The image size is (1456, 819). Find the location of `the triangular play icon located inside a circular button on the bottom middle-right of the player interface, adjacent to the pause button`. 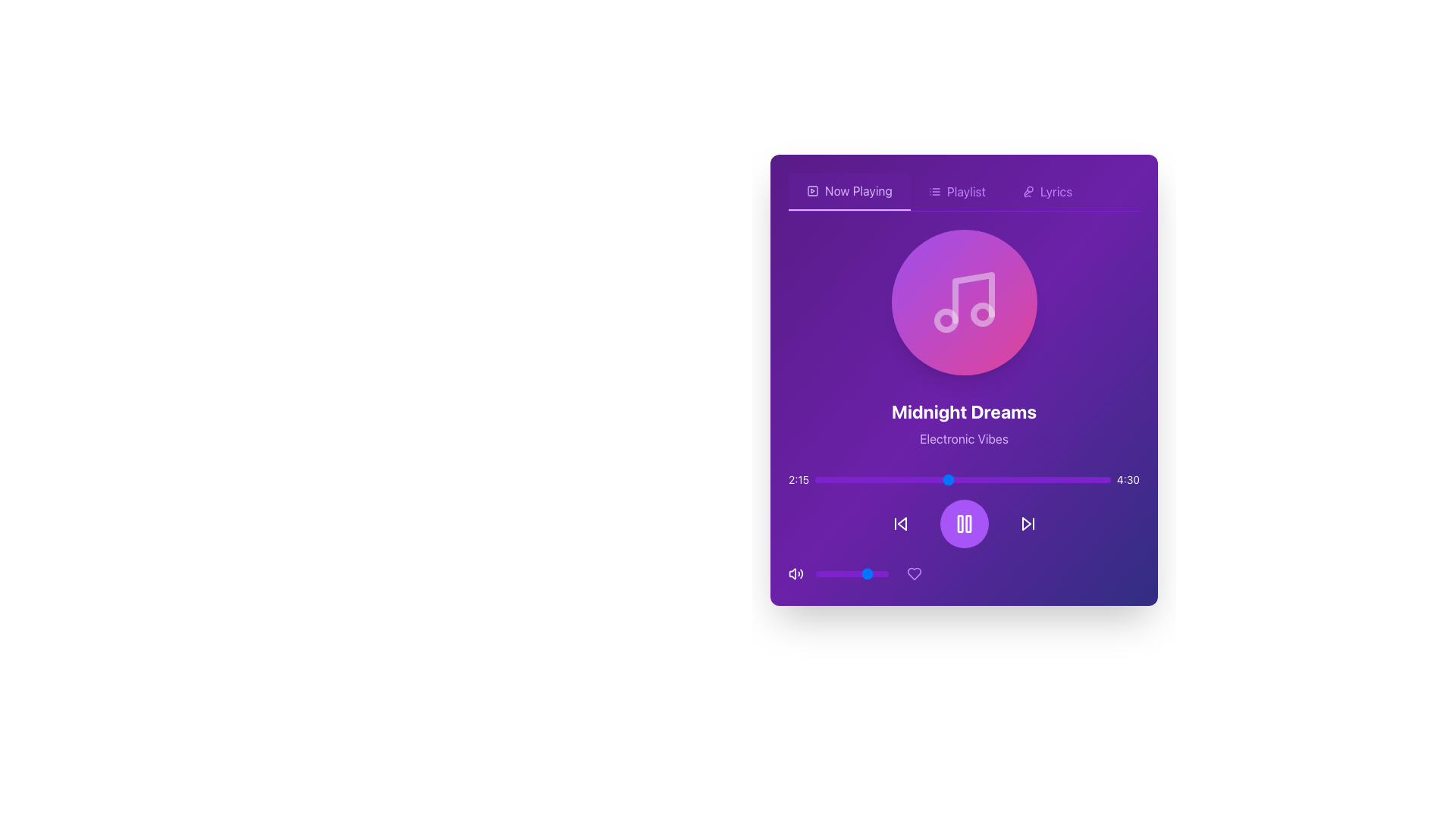

the triangular play icon located inside a circular button on the bottom middle-right of the player interface, adjacent to the pause button is located at coordinates (1026, 522).